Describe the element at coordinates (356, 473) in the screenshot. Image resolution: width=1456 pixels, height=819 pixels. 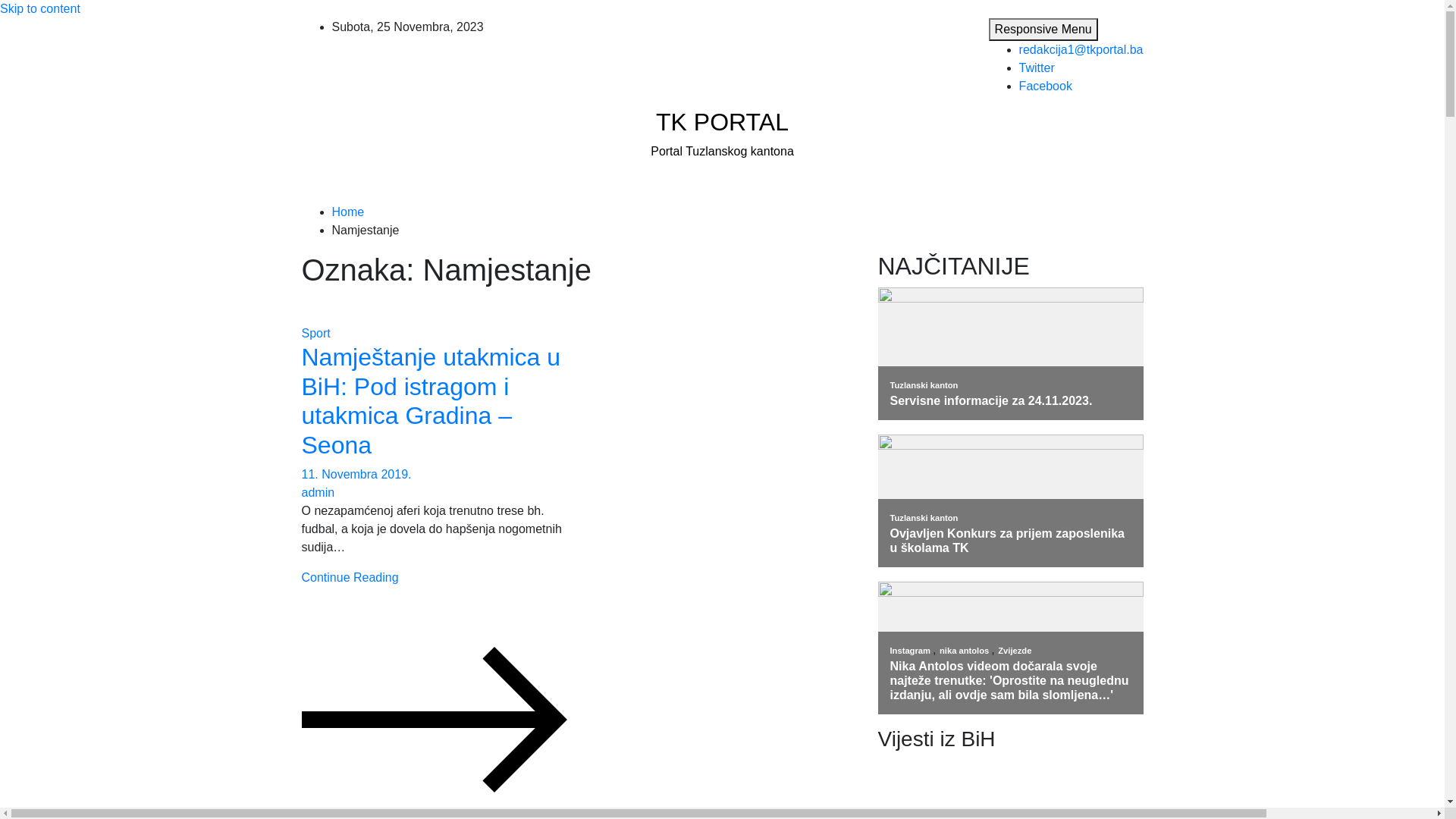
I see `'11. Novembra 2019.'` at that location.